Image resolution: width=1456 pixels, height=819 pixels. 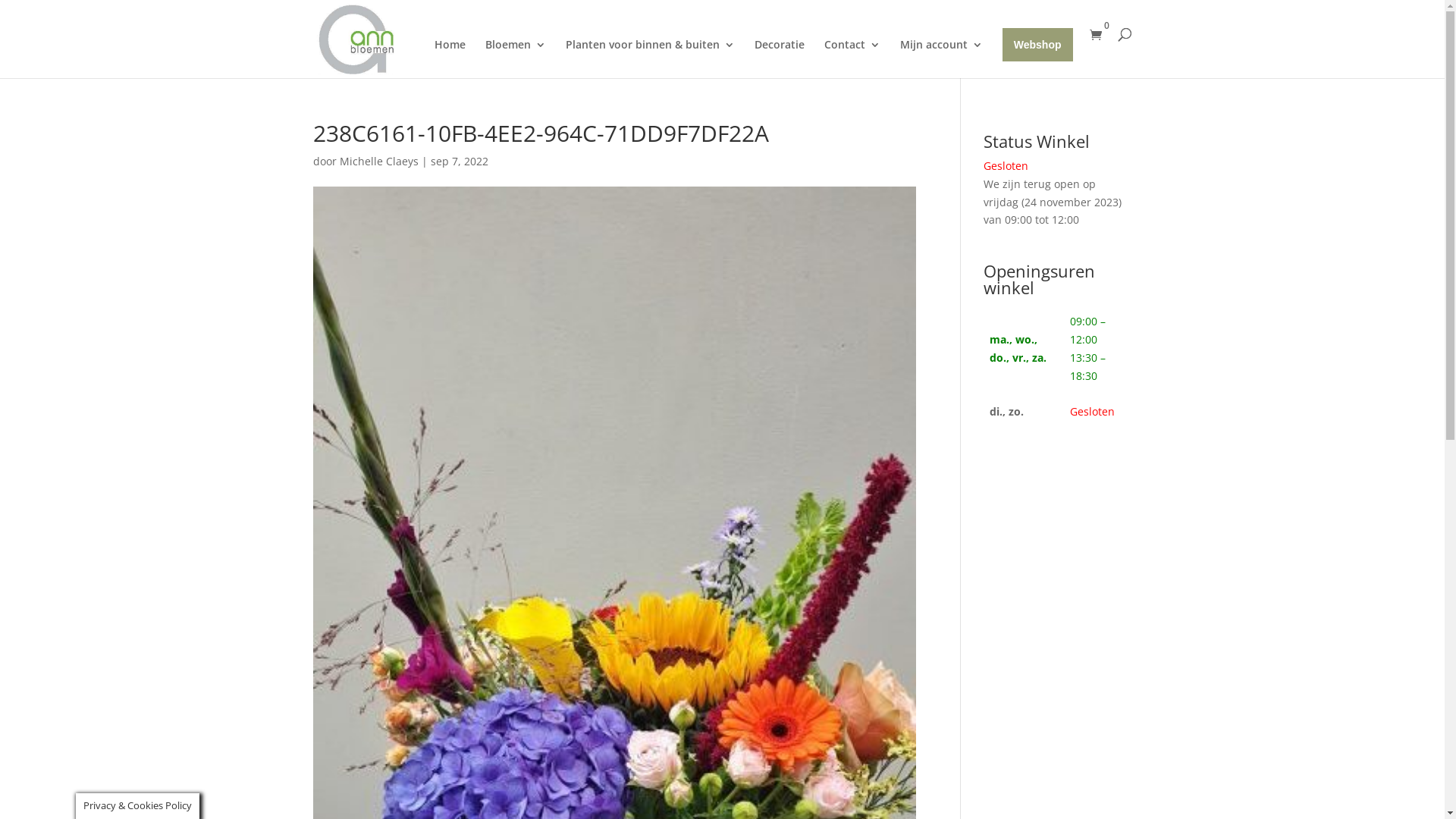 I want to click on 'Home', so click(x=449, y=58).